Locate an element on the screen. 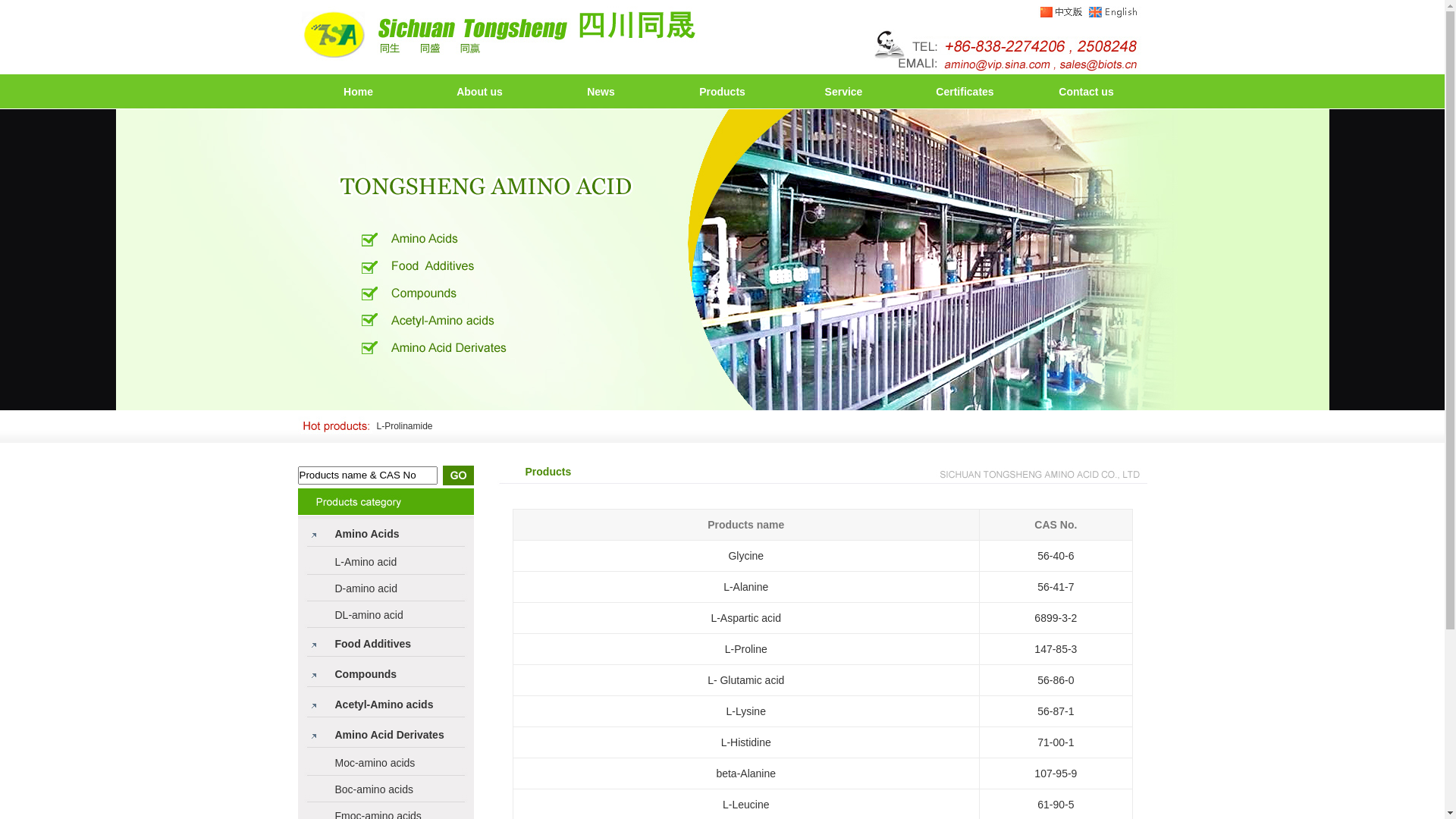  'L-Histidine' is located at coordinates (745, 741).